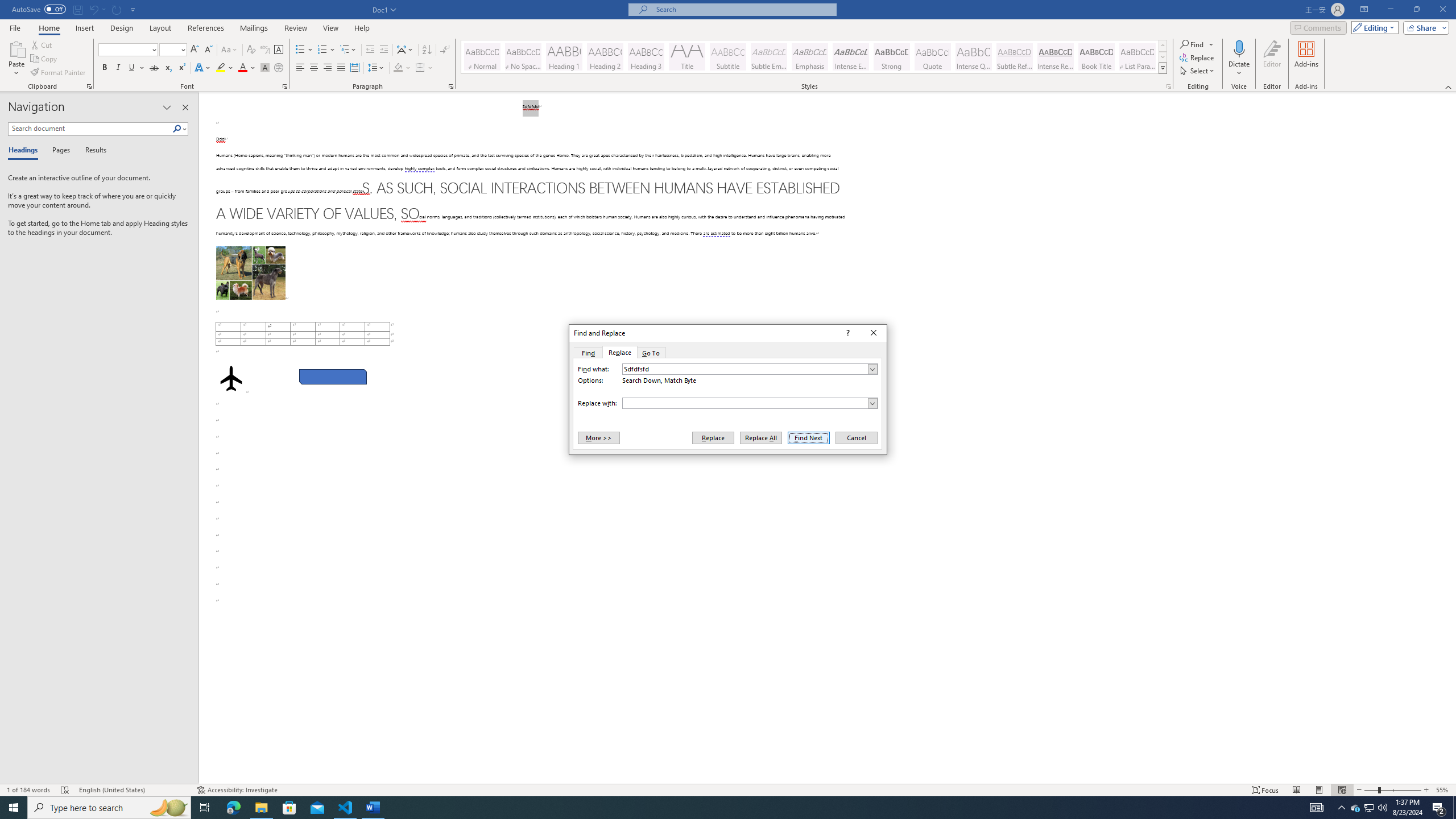 The height and width of the screenshot is (819, 1456). I want to click on 'Find what:', so click(749, 369).